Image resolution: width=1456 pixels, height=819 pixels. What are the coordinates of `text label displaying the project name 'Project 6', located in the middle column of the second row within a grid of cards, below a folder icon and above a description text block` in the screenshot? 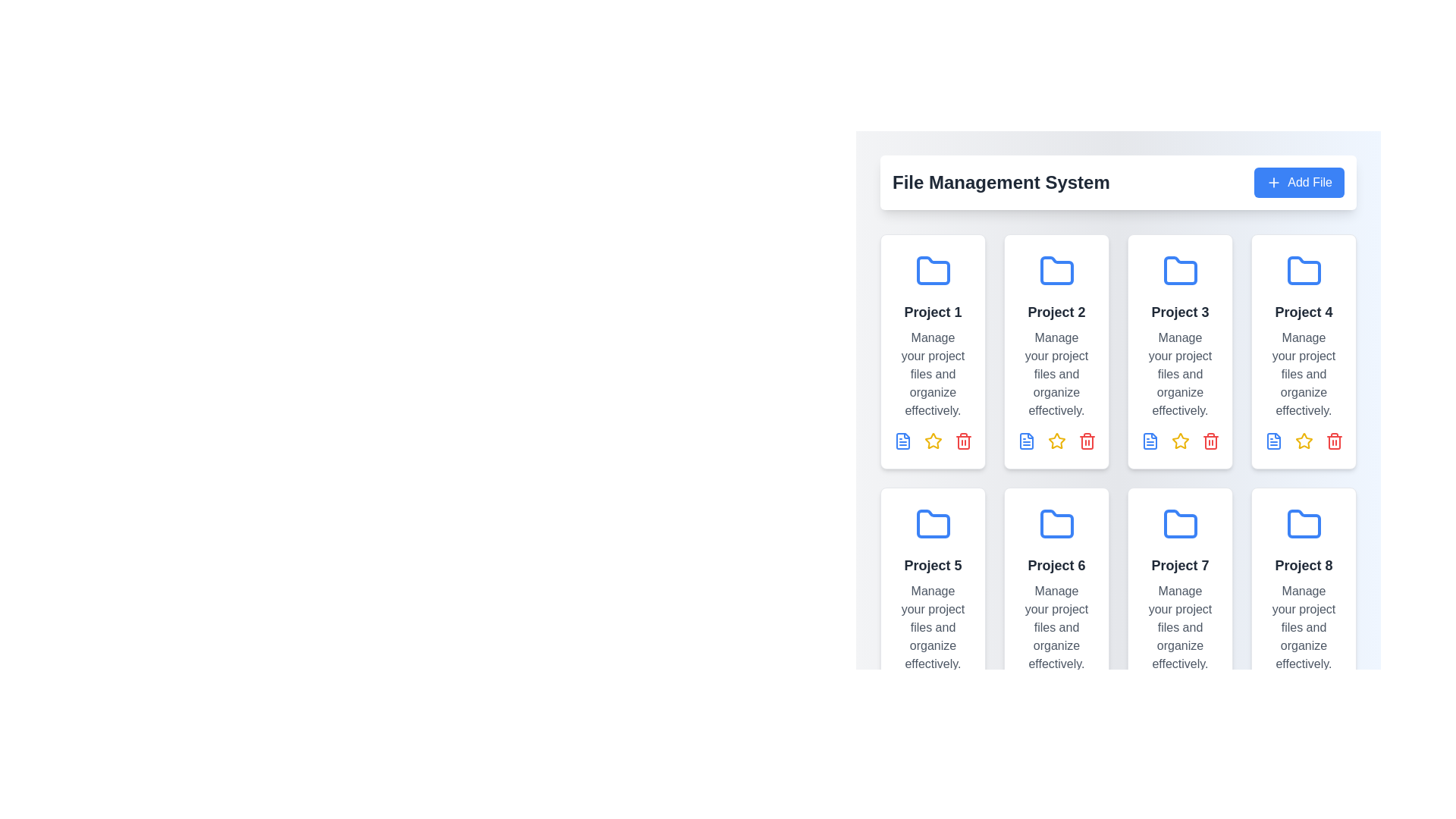 It's located at (1056, 565).